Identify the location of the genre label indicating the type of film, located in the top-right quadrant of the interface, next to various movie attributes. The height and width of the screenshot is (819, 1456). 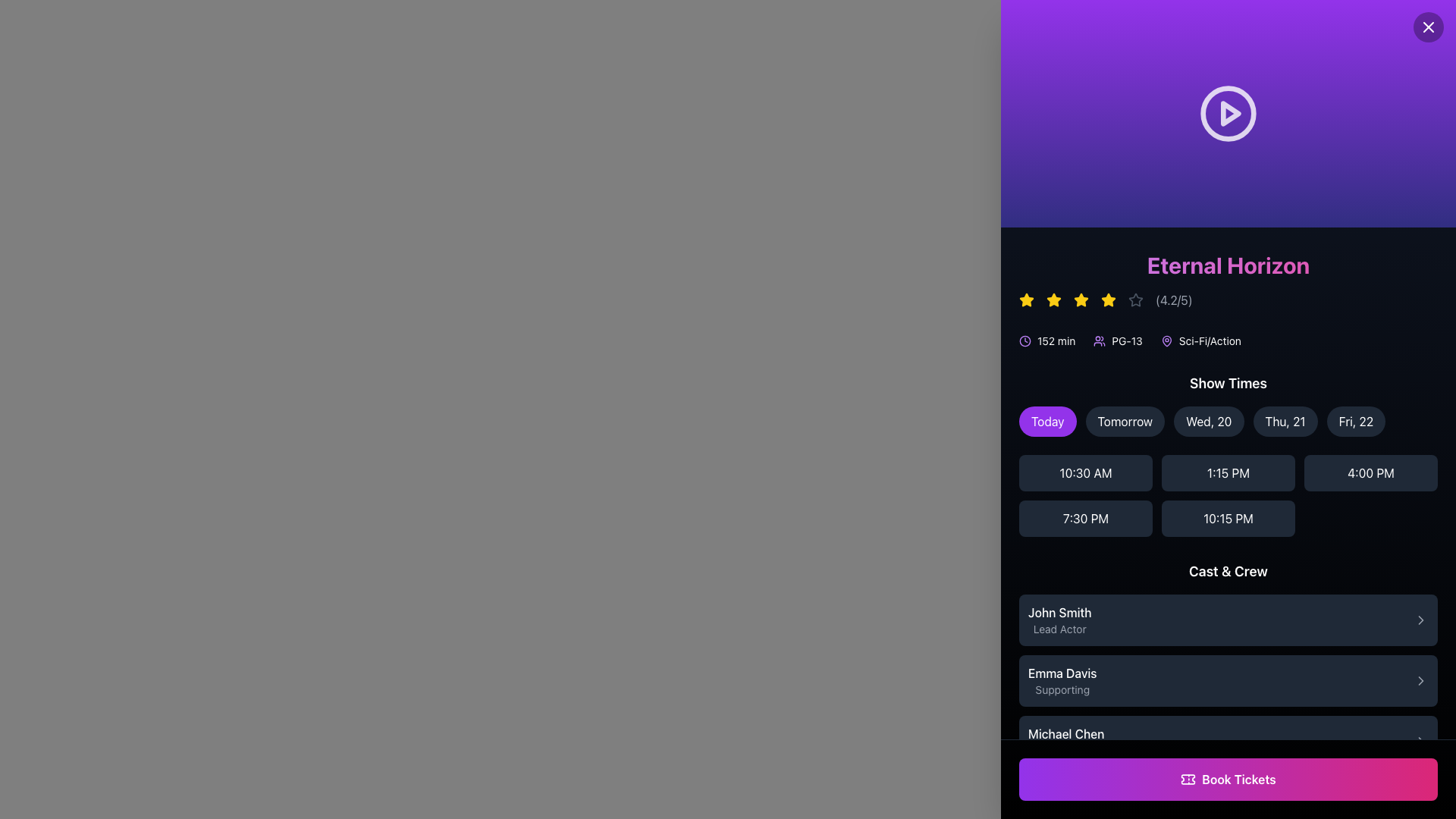
(1209, 341).